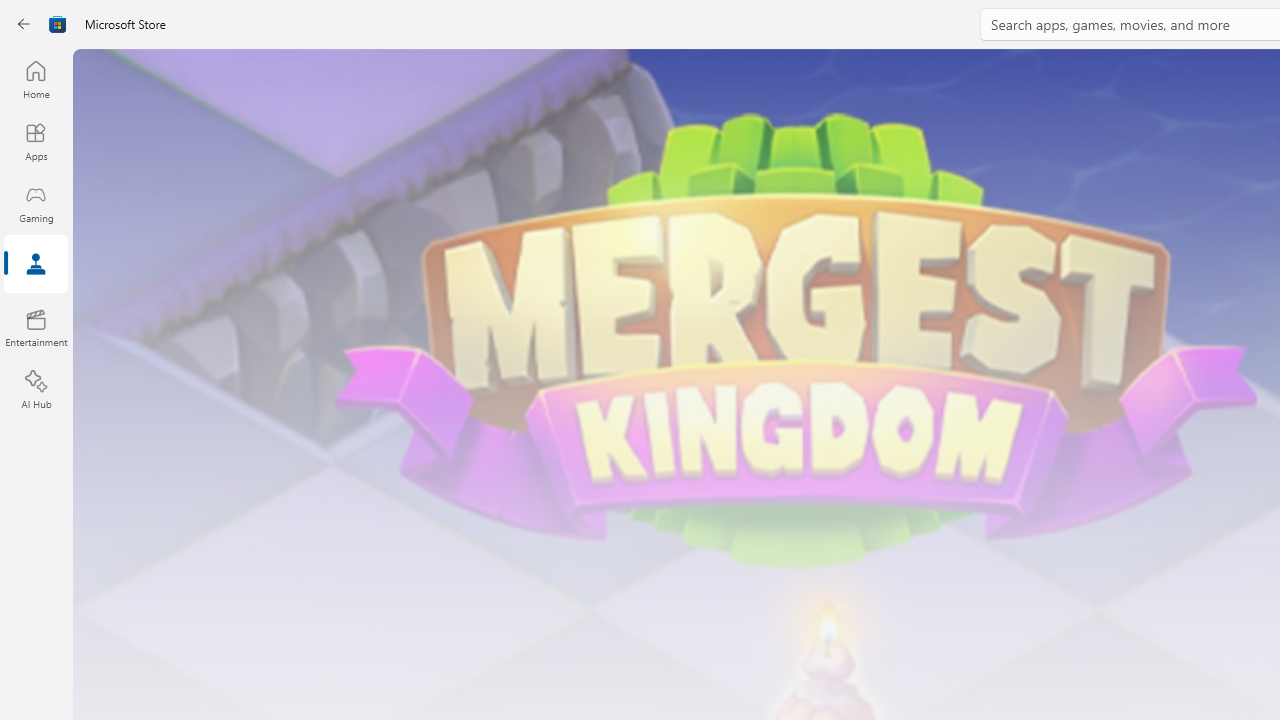 This screenshot has height=720, width=1280. What do you see at coordinates (24, 24) in the screenshot?
I see `'Back'` at bounding box center [24, 24].